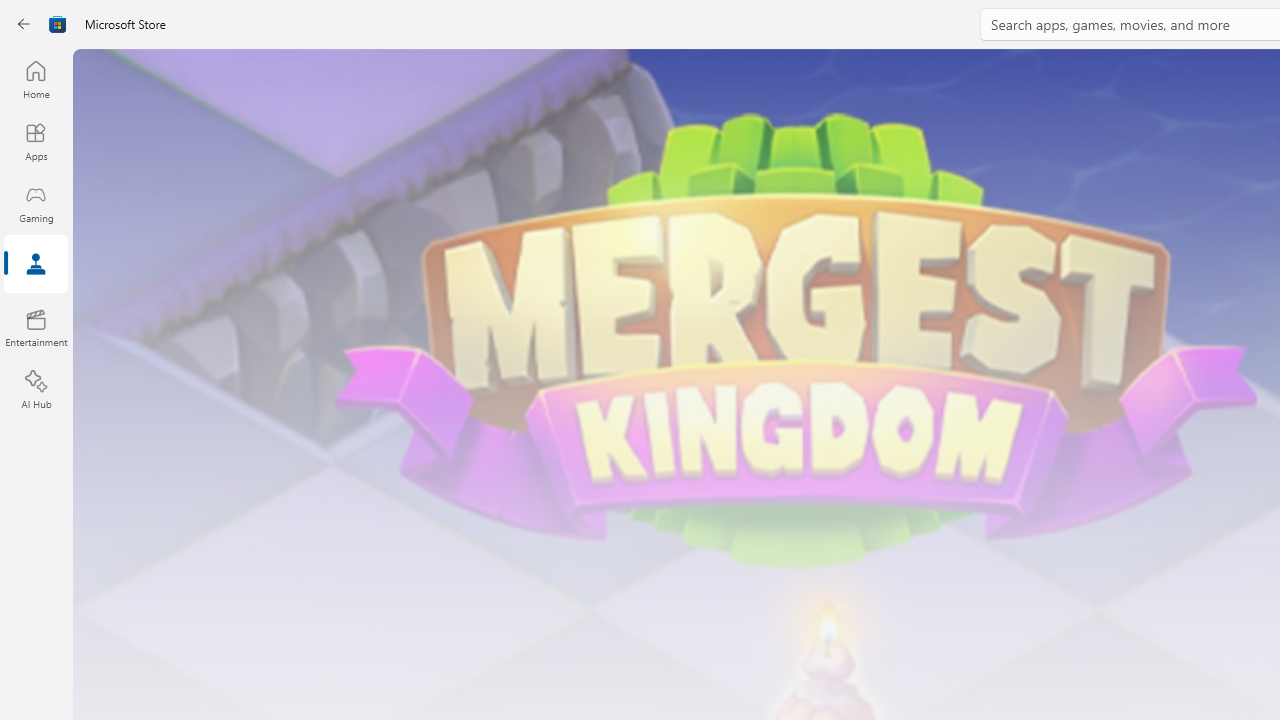 This screenshot has height=720, width=1280. What do you see at coordinates (24, 24) in the screenshot?
I see `'Back'` at bounding box center [24, 24].